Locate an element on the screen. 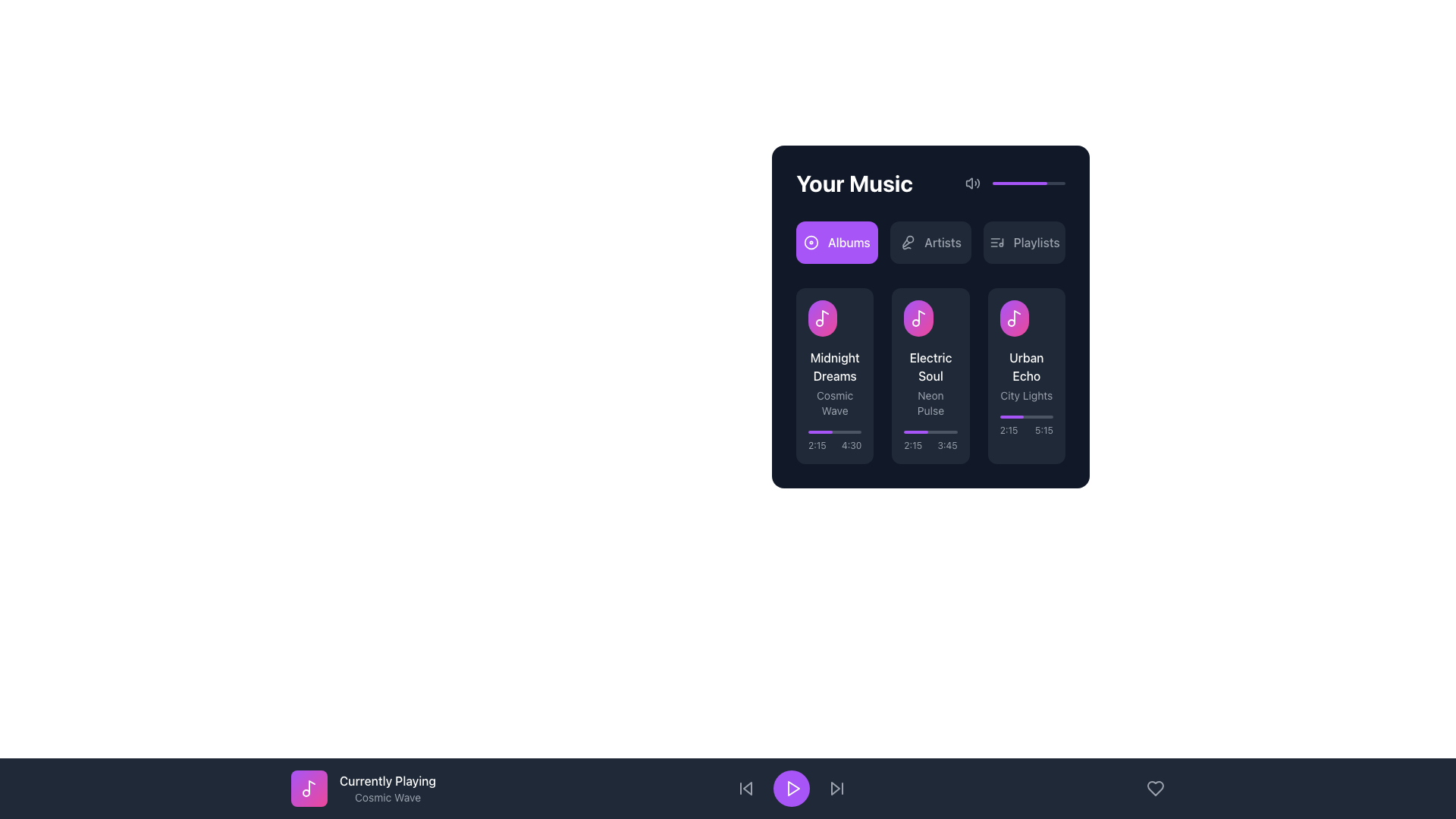 The height and width of the screenshot is (819, 1456). the button representing the album or playlist labeled 'Electric Soul' in the 'Your Music' section, located in the second column of the music album cards is located at coordinates (918, 318).